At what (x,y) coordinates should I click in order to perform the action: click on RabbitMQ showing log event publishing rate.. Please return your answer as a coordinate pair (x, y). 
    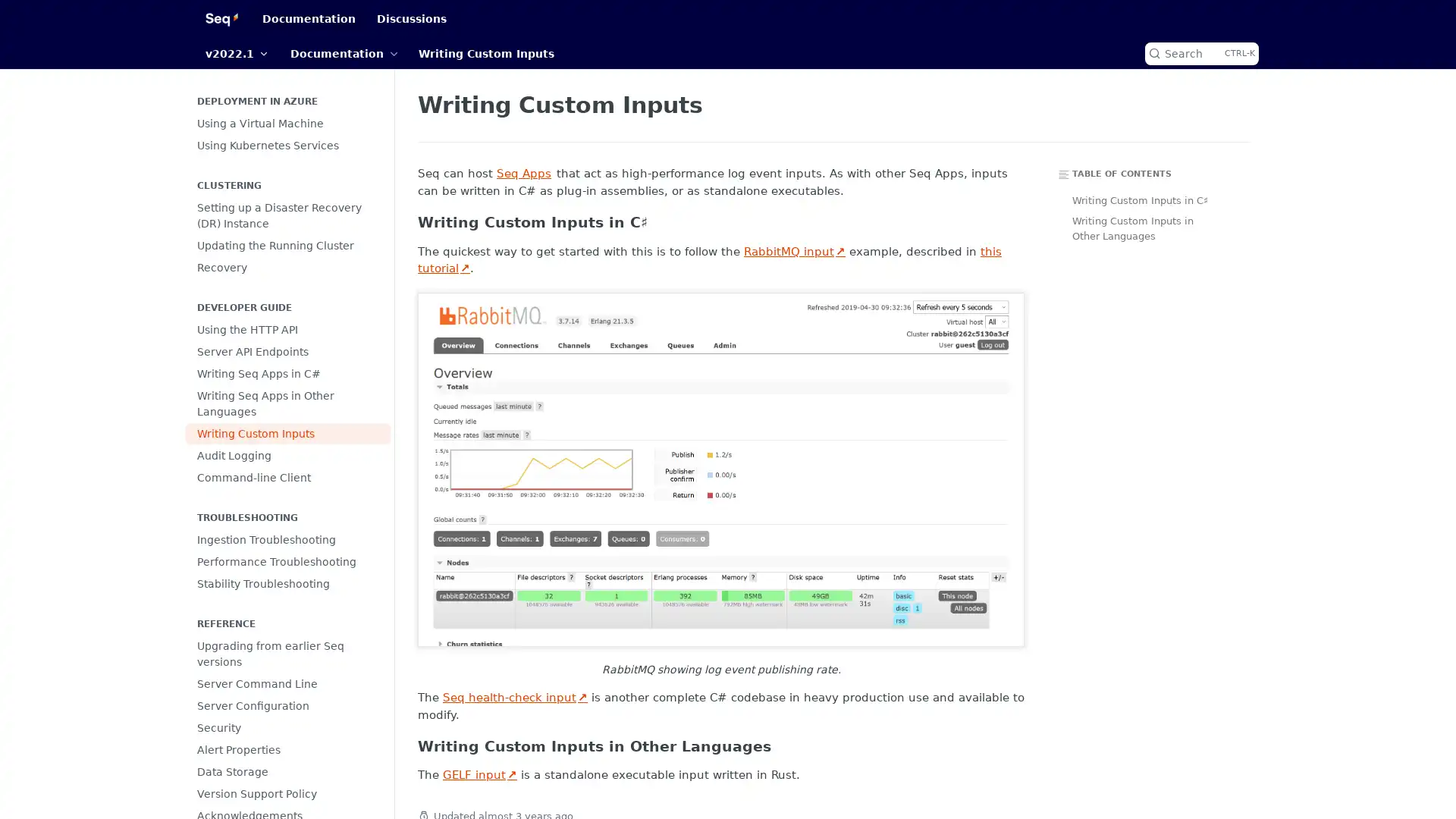
    Looking at the image, I should click on (720, 468).